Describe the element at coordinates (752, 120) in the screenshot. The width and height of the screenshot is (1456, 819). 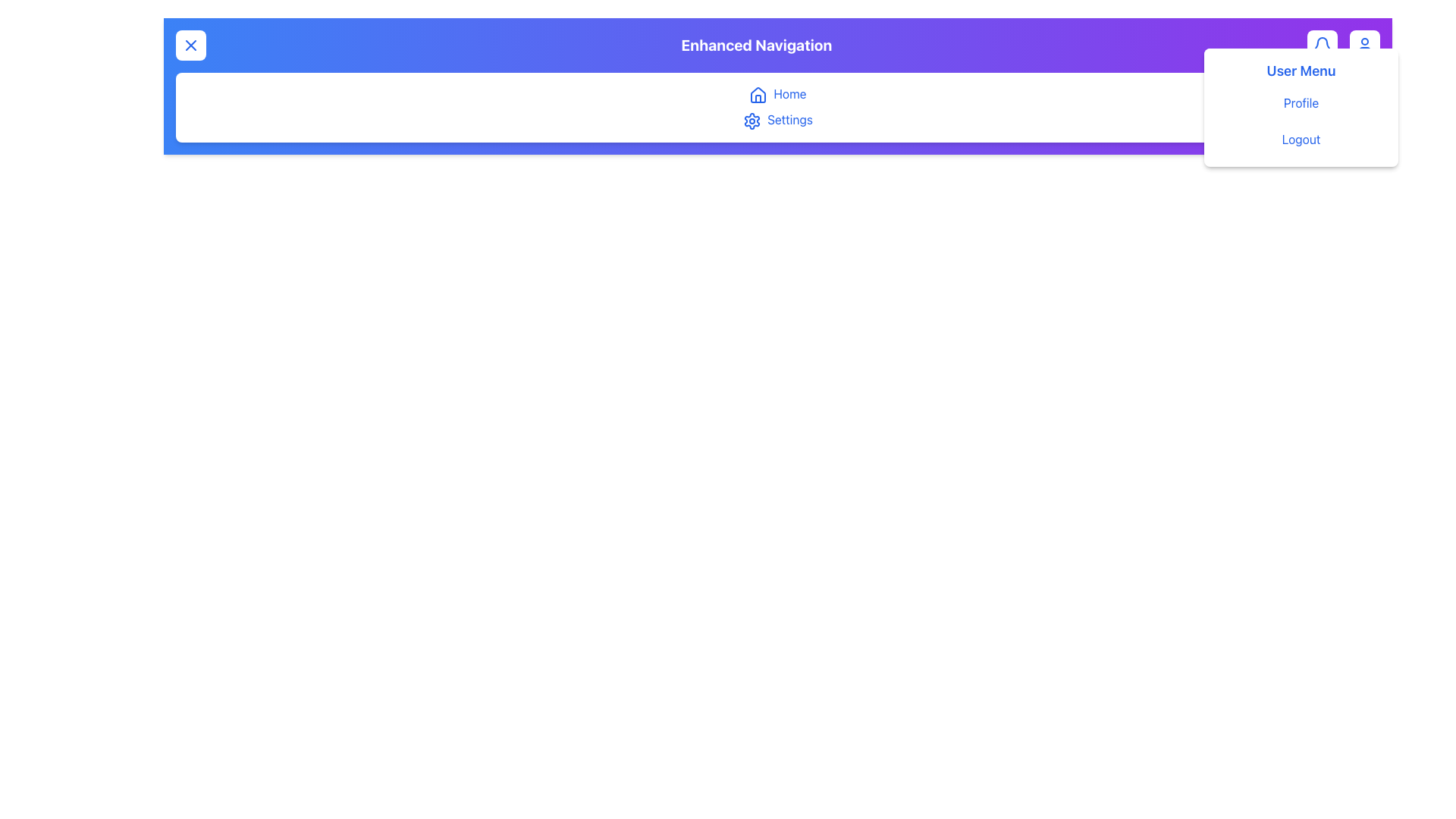
I see `the Icon element located in the navigation bar, adjacent to the 'Home' link and to the left of the 'Settings' text link` at that location.